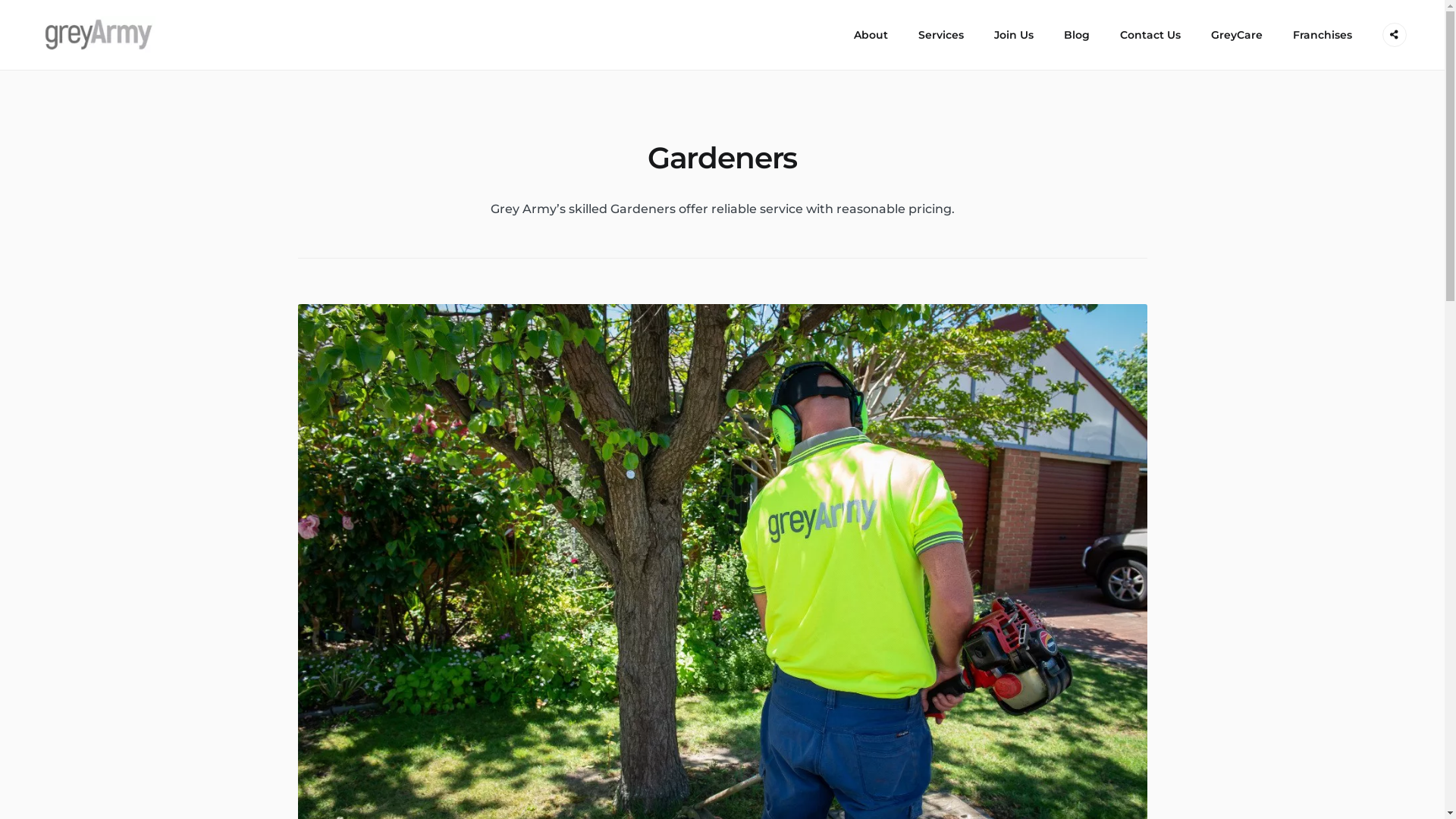 This screenshot has width=1456, height=819. Describe the element at coordinates (1105, 34) in the screenshot. I see `'Contact Us'` at that location.